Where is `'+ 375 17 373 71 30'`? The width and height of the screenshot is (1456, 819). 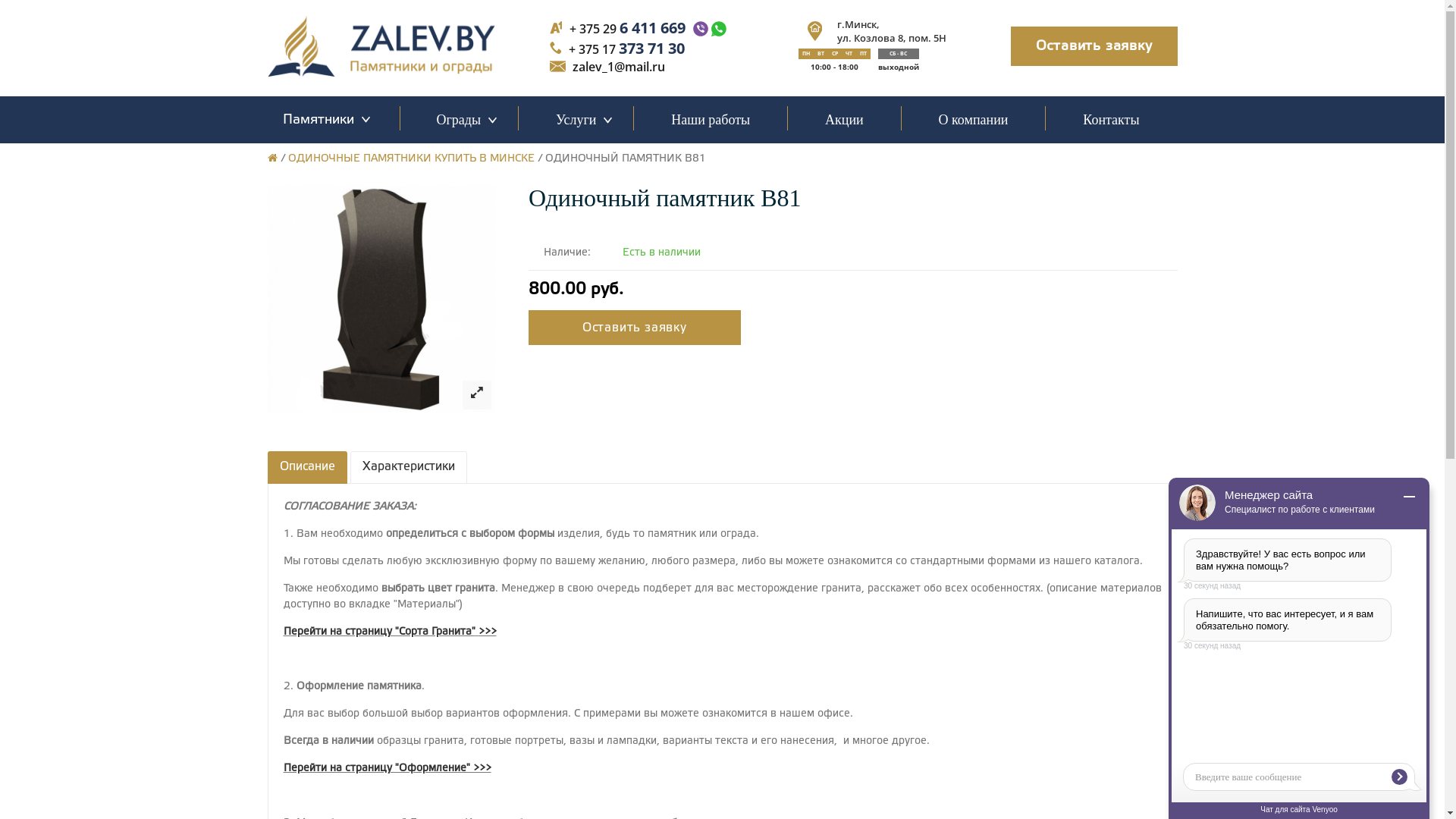 '+ 375 17 373 71 30' is located at coordinates (626, 47).